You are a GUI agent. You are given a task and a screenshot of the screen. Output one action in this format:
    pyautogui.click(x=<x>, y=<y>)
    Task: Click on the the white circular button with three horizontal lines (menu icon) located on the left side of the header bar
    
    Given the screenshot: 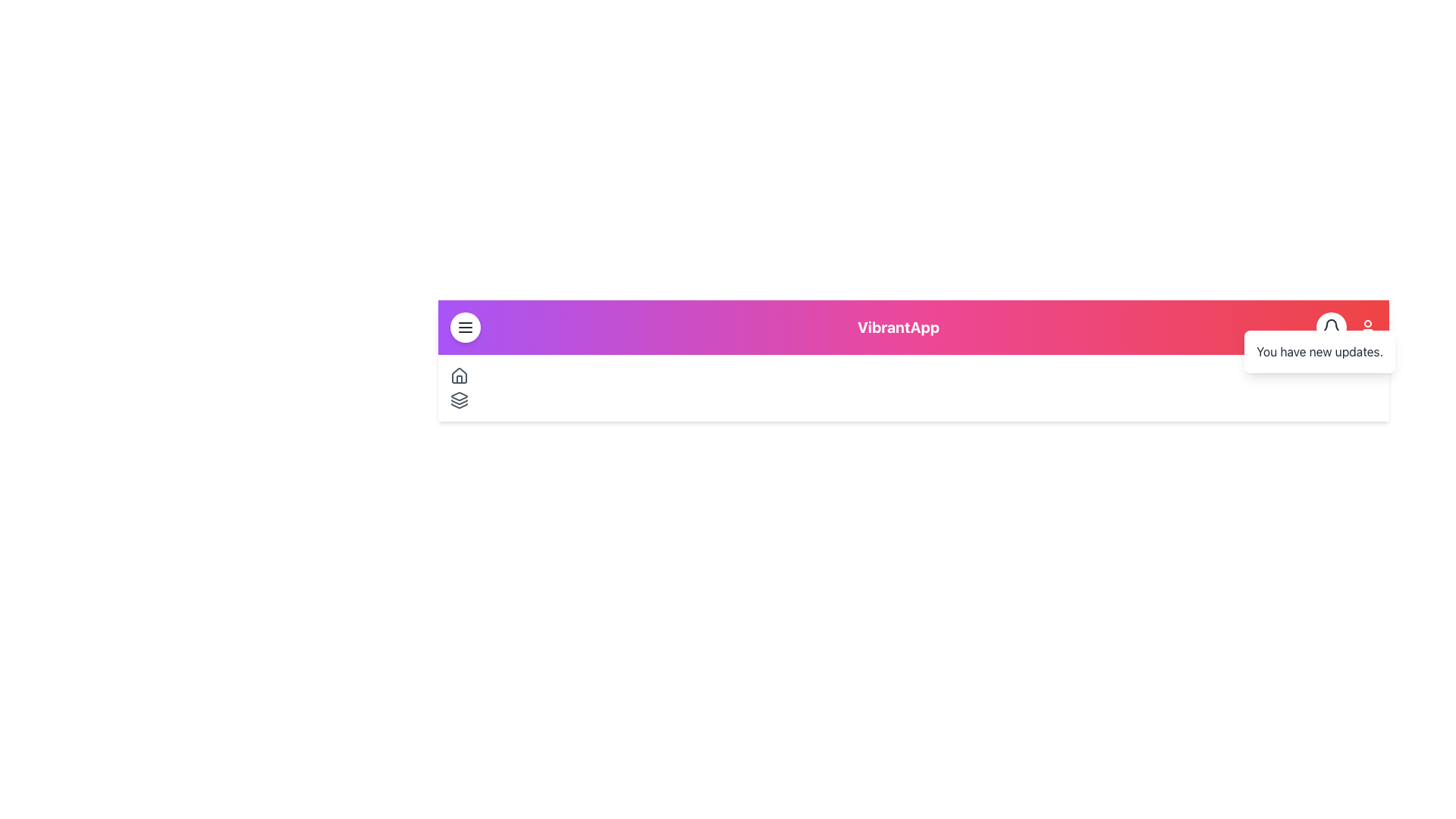 What is the action you would take?
    pyautogui.click(x=465, y=327)
    